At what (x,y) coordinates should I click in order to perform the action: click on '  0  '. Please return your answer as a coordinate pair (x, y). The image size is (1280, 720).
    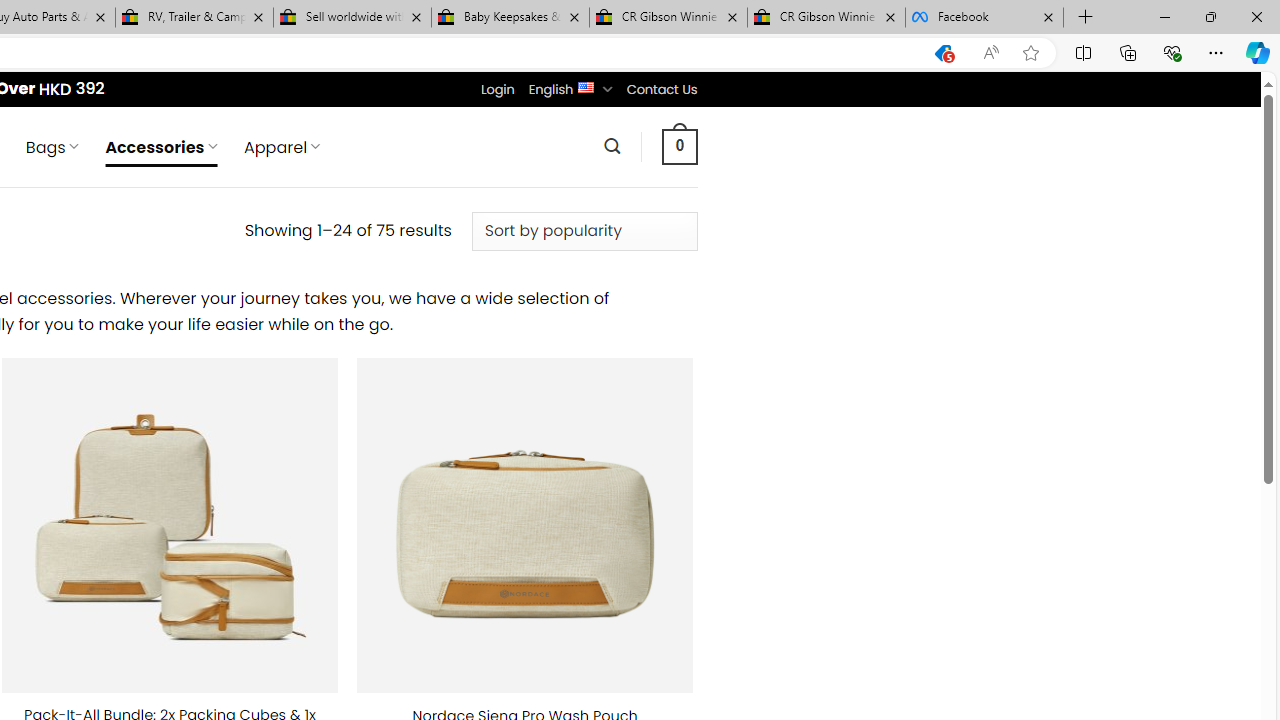
    Looking at the image, I should click on (679, 145).